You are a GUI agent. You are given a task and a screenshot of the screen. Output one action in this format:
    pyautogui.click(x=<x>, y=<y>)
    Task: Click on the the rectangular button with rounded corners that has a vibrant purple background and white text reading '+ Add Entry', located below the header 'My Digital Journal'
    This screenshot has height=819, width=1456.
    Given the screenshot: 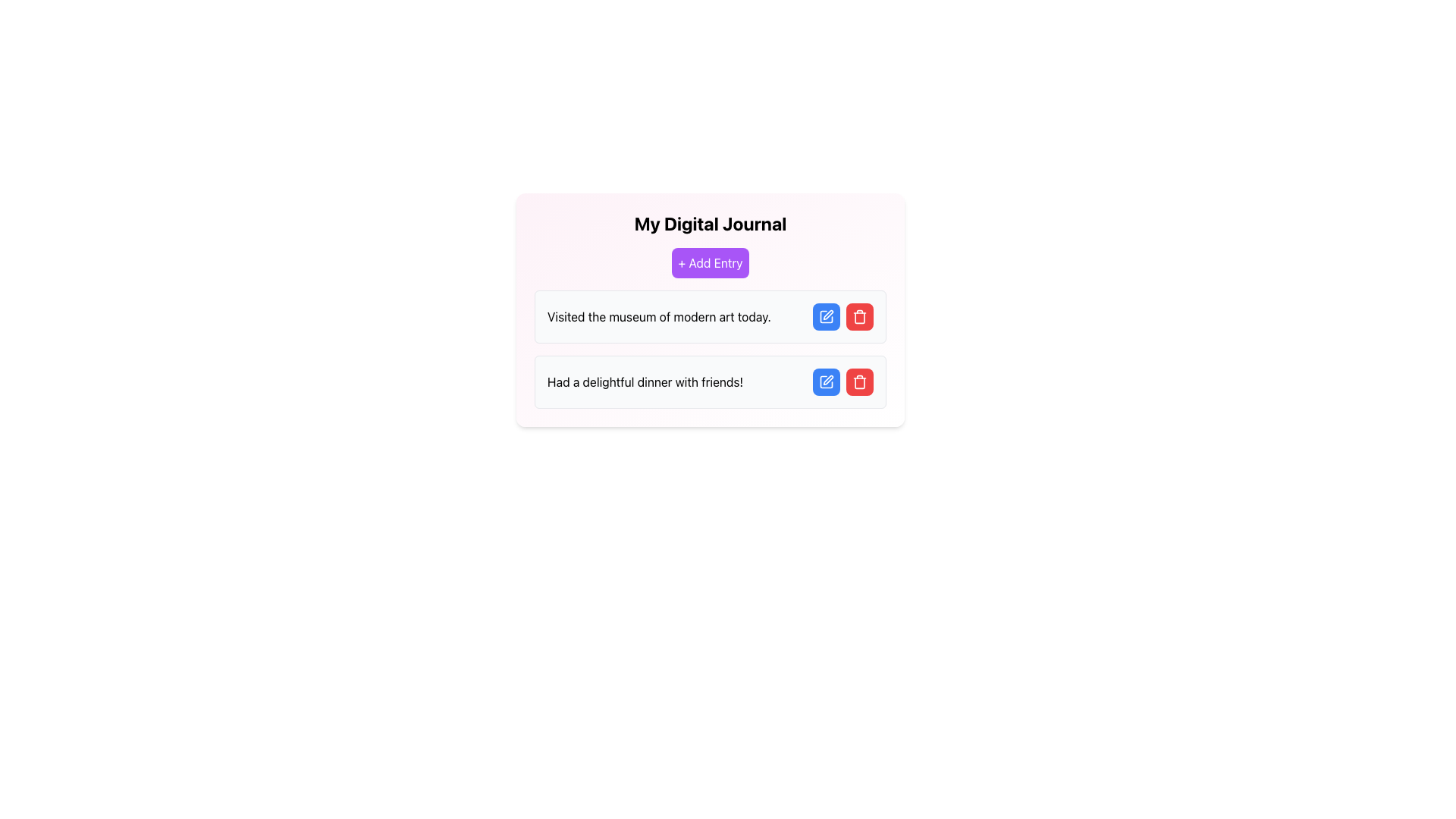 What is the action you would take?
    pyautogui.click(x=709, y=262)
    